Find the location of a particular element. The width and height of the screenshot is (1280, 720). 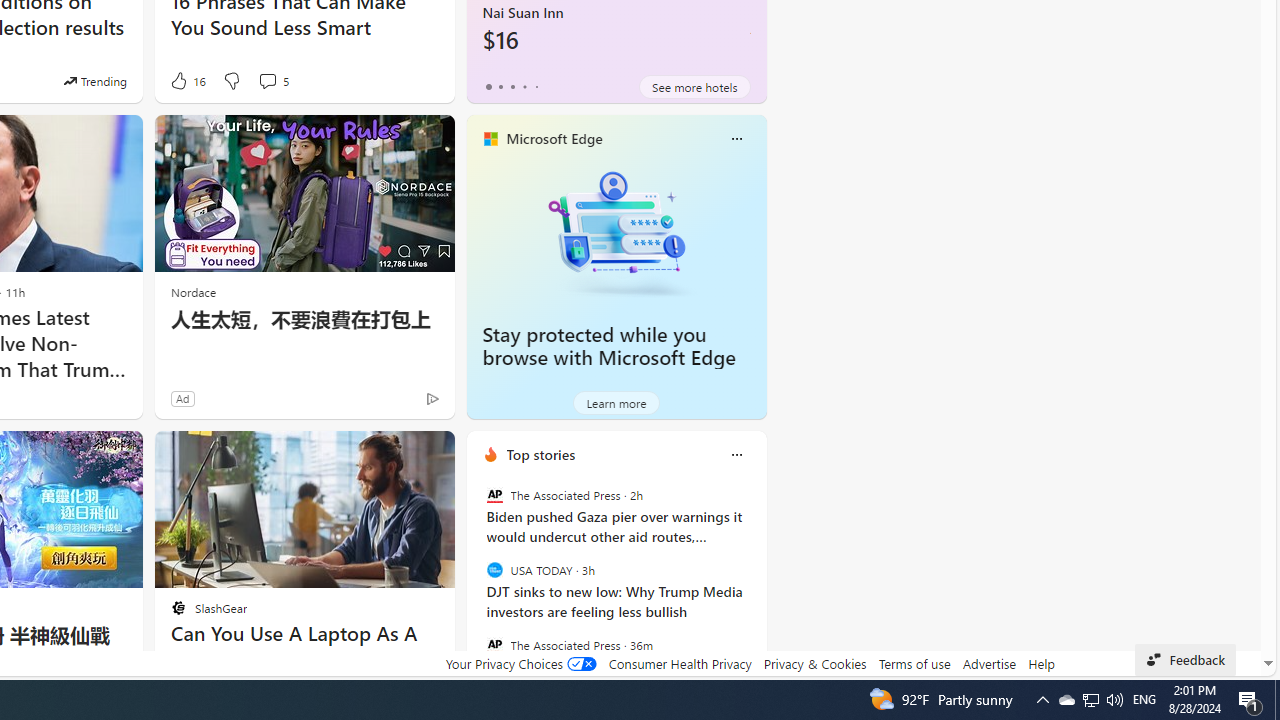

'Your Privacy Choices' is located at coordinates (520, 663).